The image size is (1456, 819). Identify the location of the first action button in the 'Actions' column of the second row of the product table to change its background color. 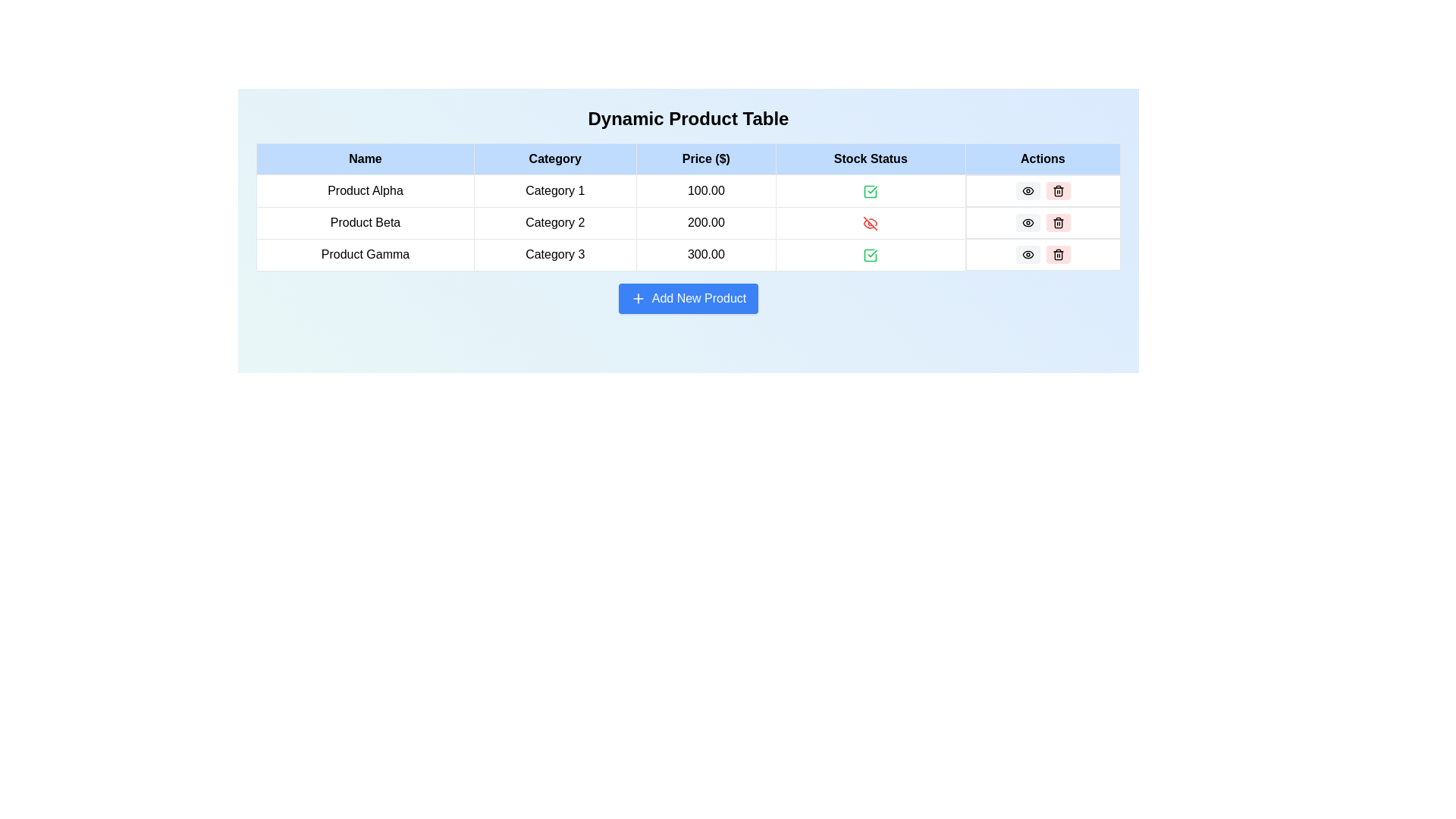
(1028, 190).